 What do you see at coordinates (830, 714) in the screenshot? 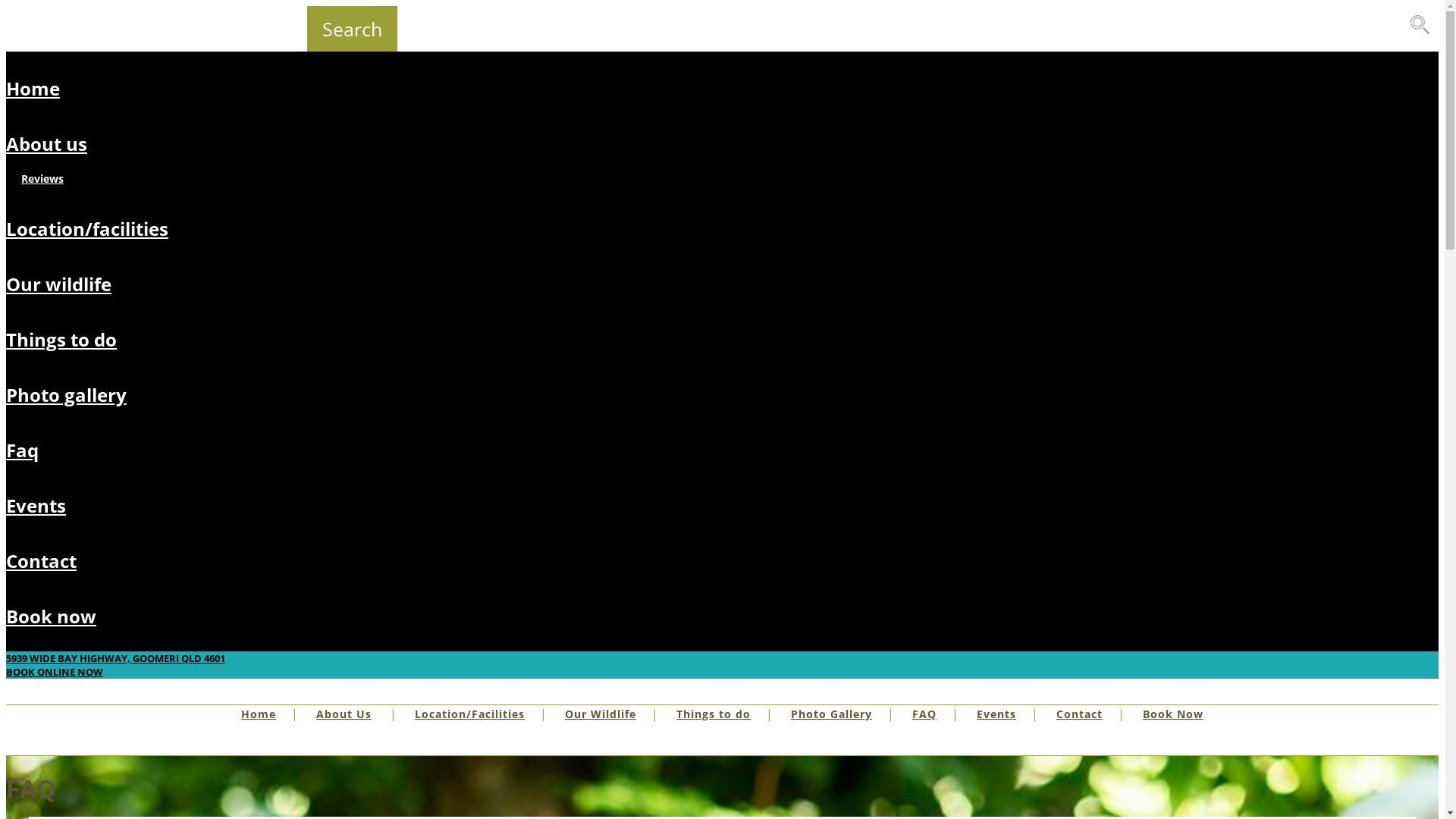
I see `'Photo Gallery'` at bounding box center [830, 714].